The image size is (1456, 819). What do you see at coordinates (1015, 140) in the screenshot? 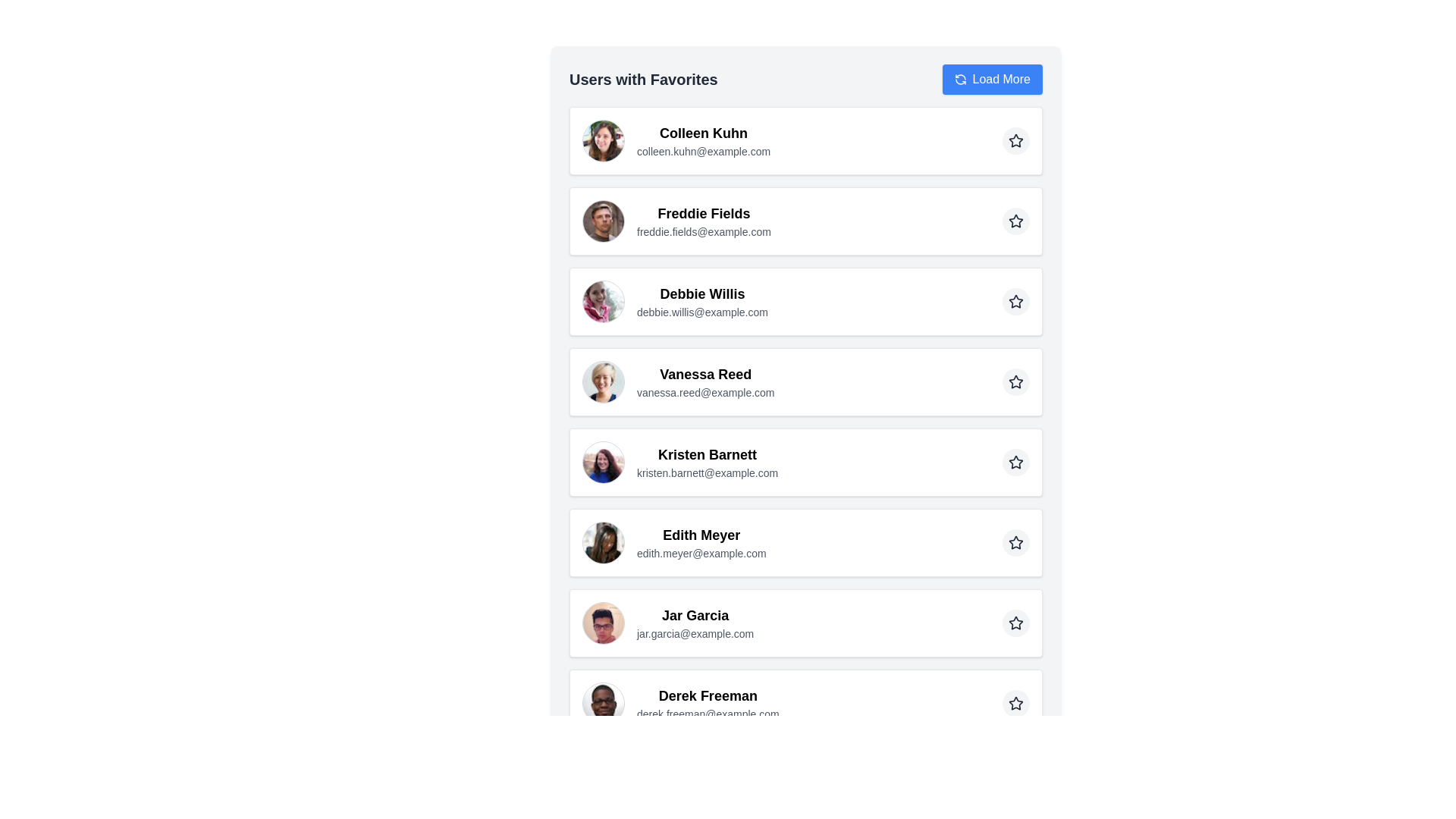
I see `the favorite toggle button located at the far right of the 'Colleen Kuhn' user row` at bounding box center [1015, 140].